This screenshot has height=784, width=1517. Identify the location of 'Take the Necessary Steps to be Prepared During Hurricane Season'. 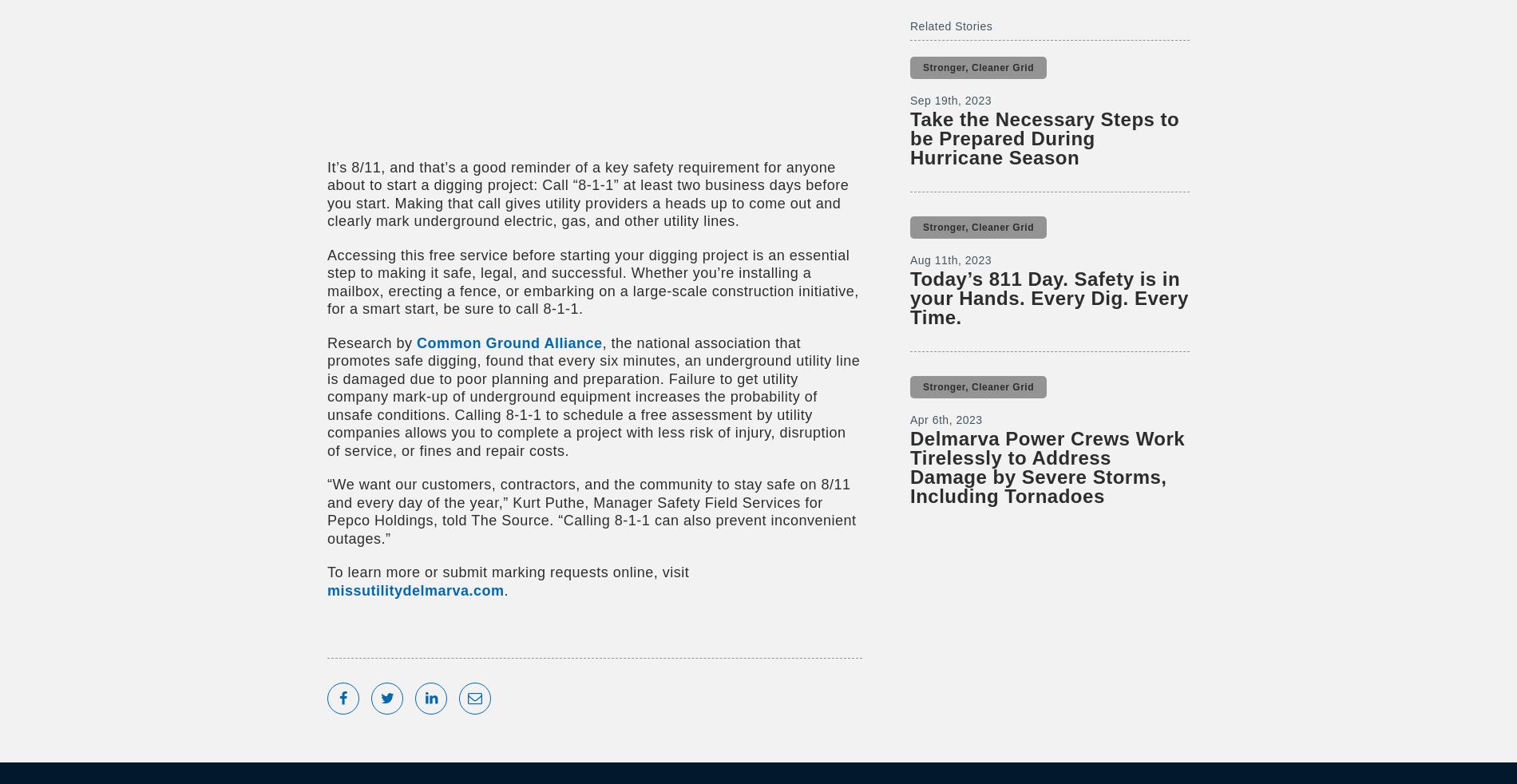
(1044, 137).